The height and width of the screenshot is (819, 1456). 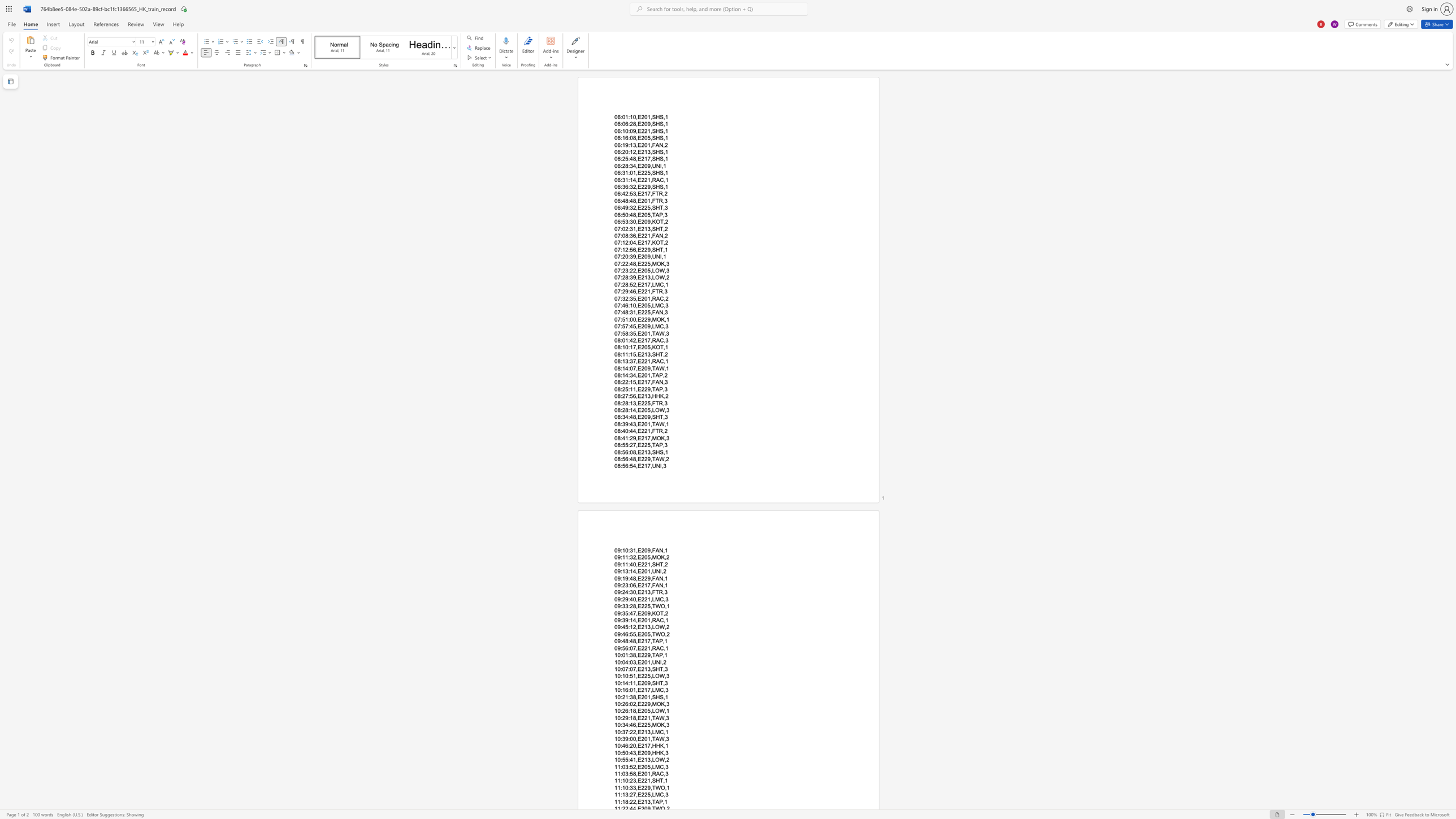 What do you see at coordinates (652, 311) in the screenshot?
I see `the space between the continuous character "," and "F" in the text` at bounding box center [652, 311].